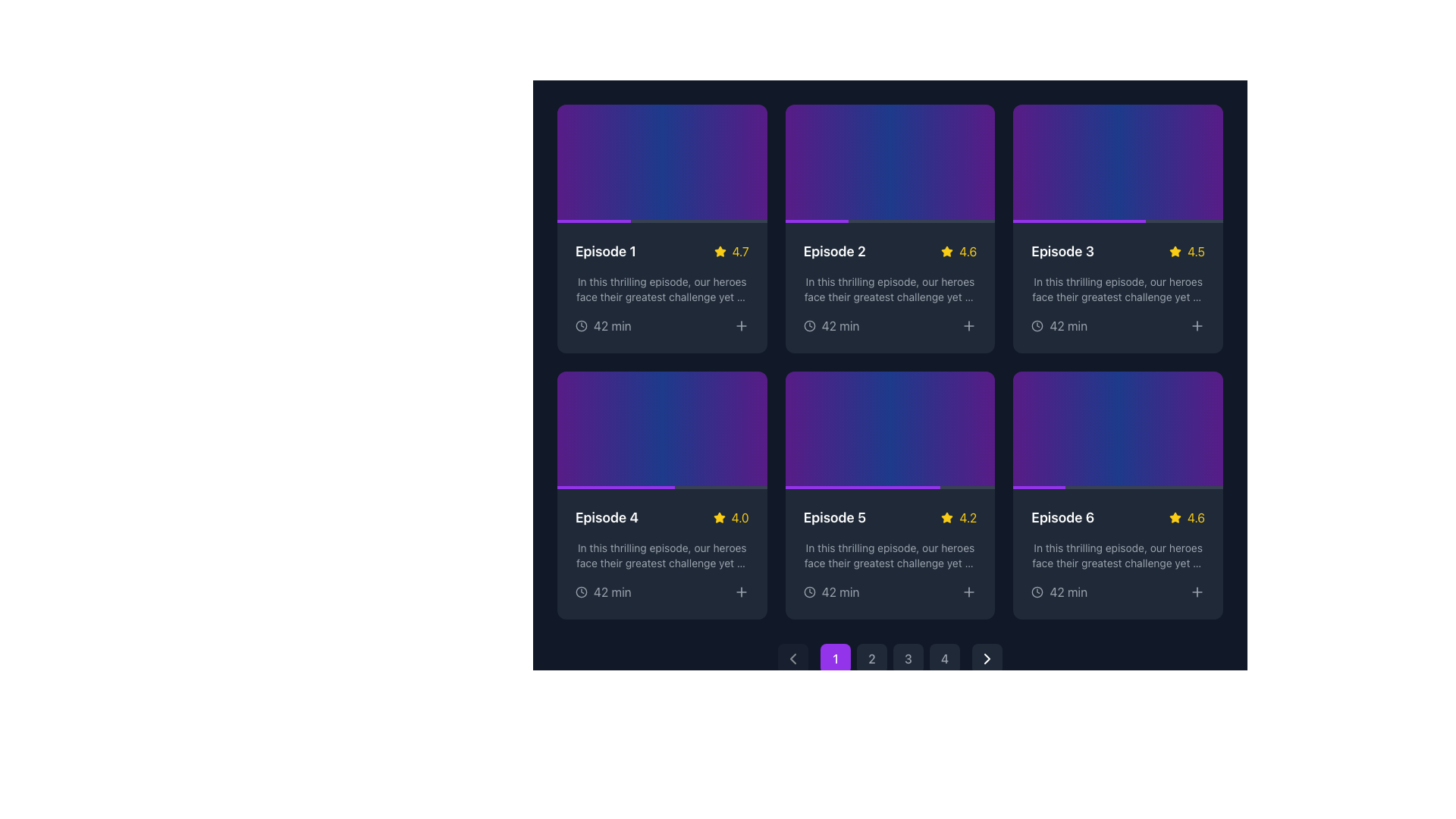 The width and height of the screenshot is (1456, 819). Describe the element at coordinates (1197, 591) in the screenshot. I see `the button to add 'Episode 6' to the list, located at the bottom right corner of the card for 'Episode 6'` at that location.